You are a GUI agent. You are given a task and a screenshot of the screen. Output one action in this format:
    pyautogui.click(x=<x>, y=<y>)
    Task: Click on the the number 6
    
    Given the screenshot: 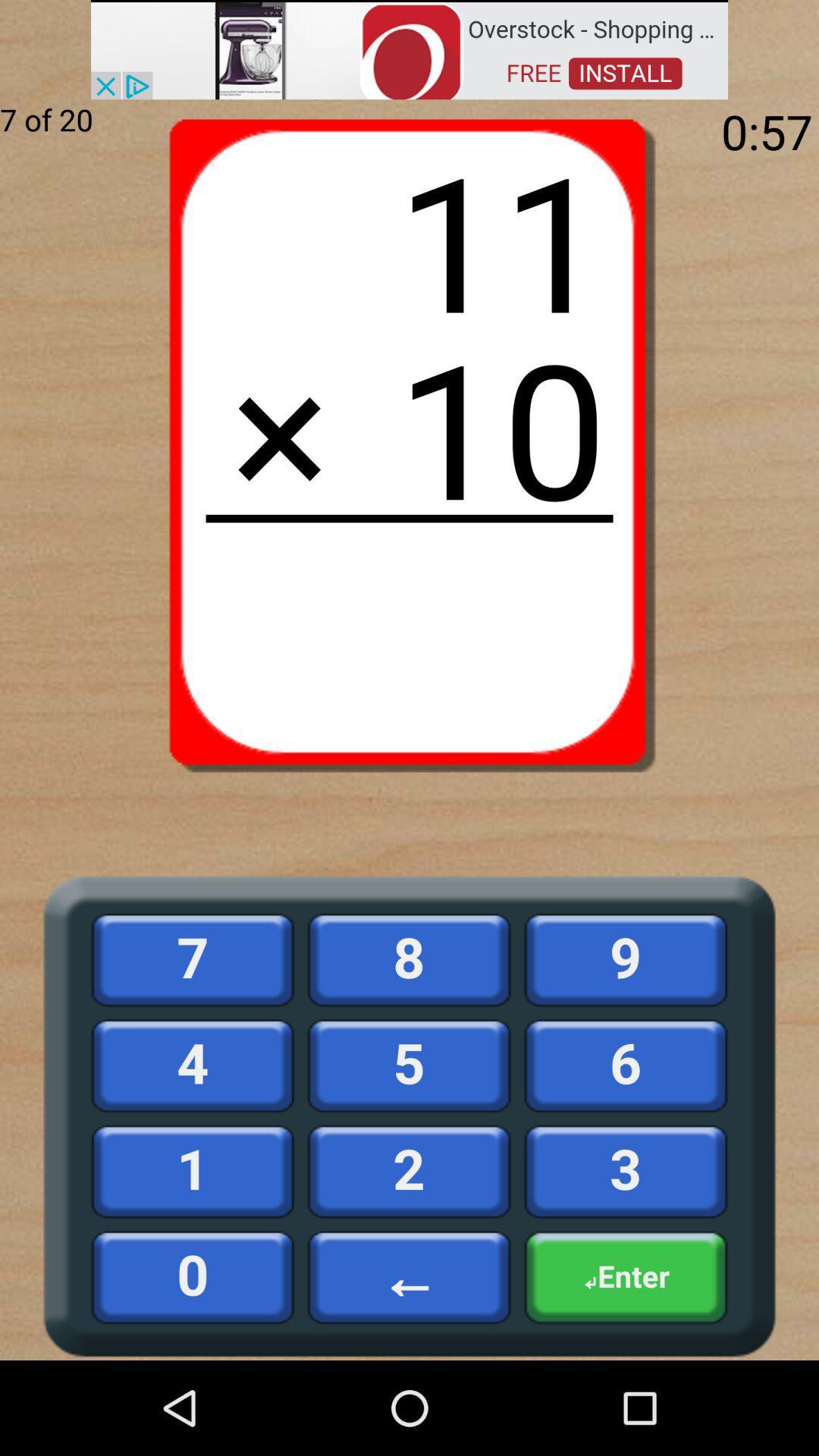 What is the action you would take?
    pyautogui.click(x=626, y=1065)
    